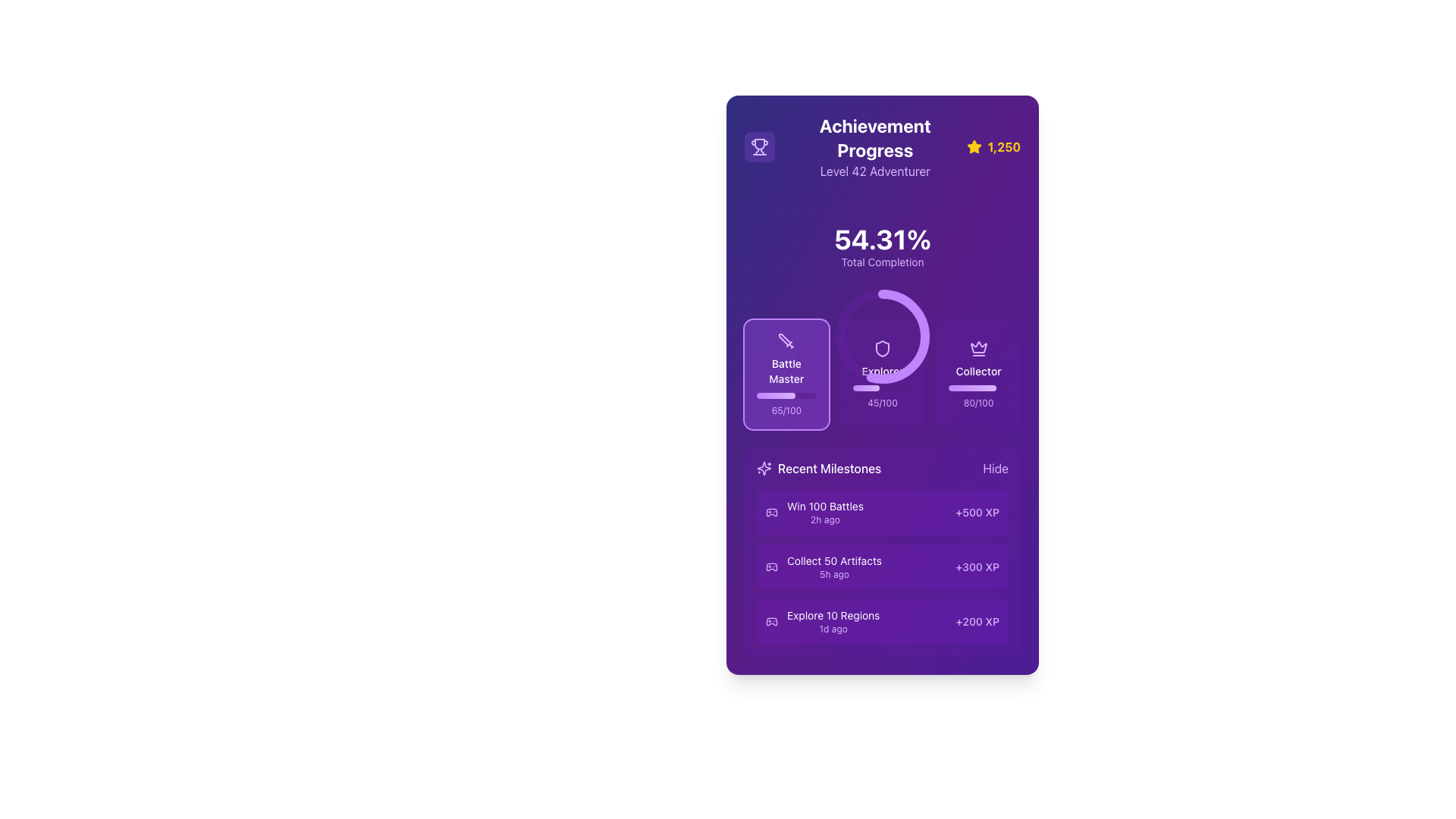  Describe the element at coordinates (824, 519) in the screenshot. I see `the text label displaying '2h ago', which is styled in light purple and is located directly below the label 'Win 100 Battles' in the 'Recent Milestones' section` at that location.